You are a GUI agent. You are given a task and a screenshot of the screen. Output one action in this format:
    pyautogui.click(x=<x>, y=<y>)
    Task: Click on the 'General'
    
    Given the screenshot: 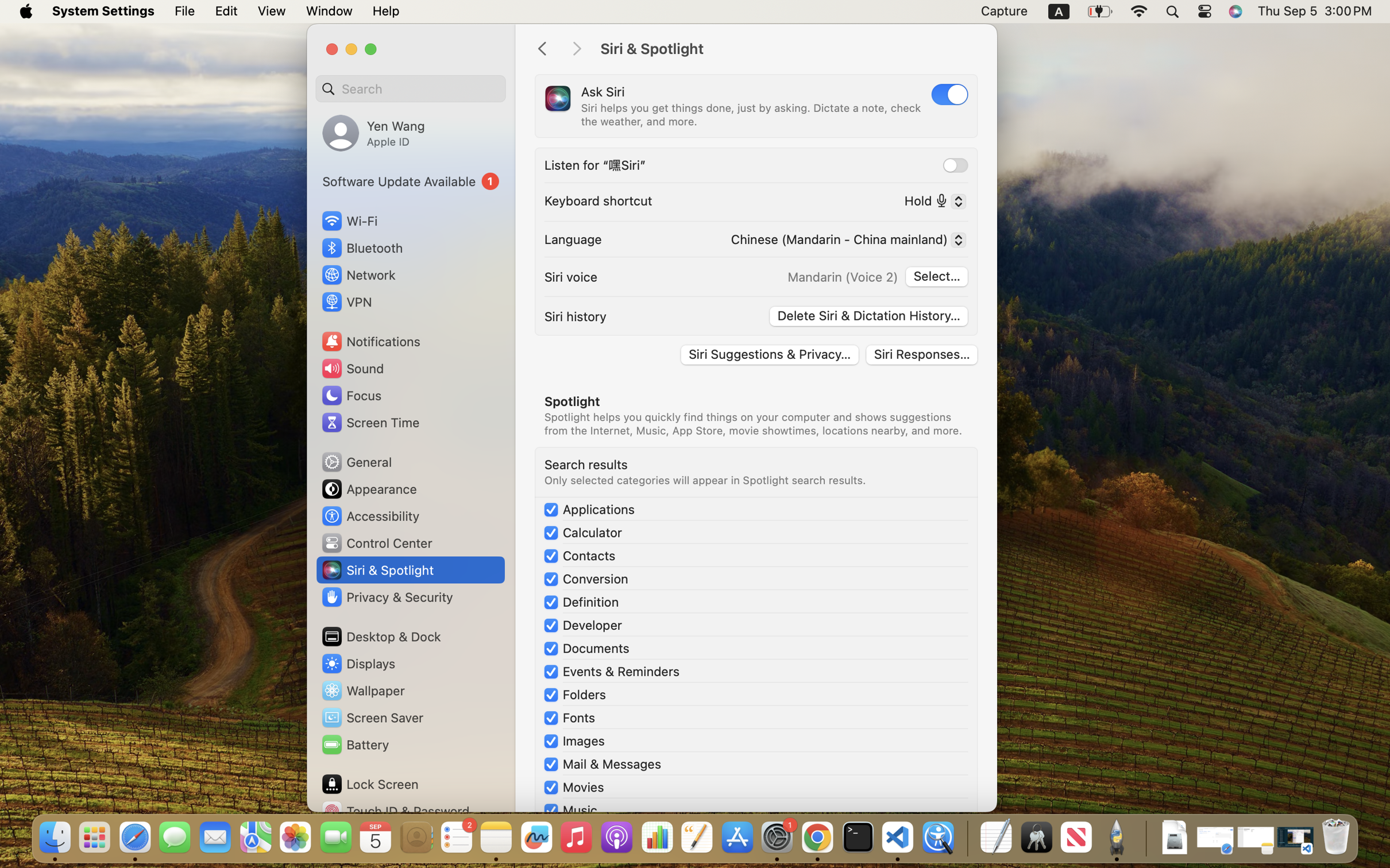 What is the action you would take?
    pyautogui.click(x=355, y=461)
    